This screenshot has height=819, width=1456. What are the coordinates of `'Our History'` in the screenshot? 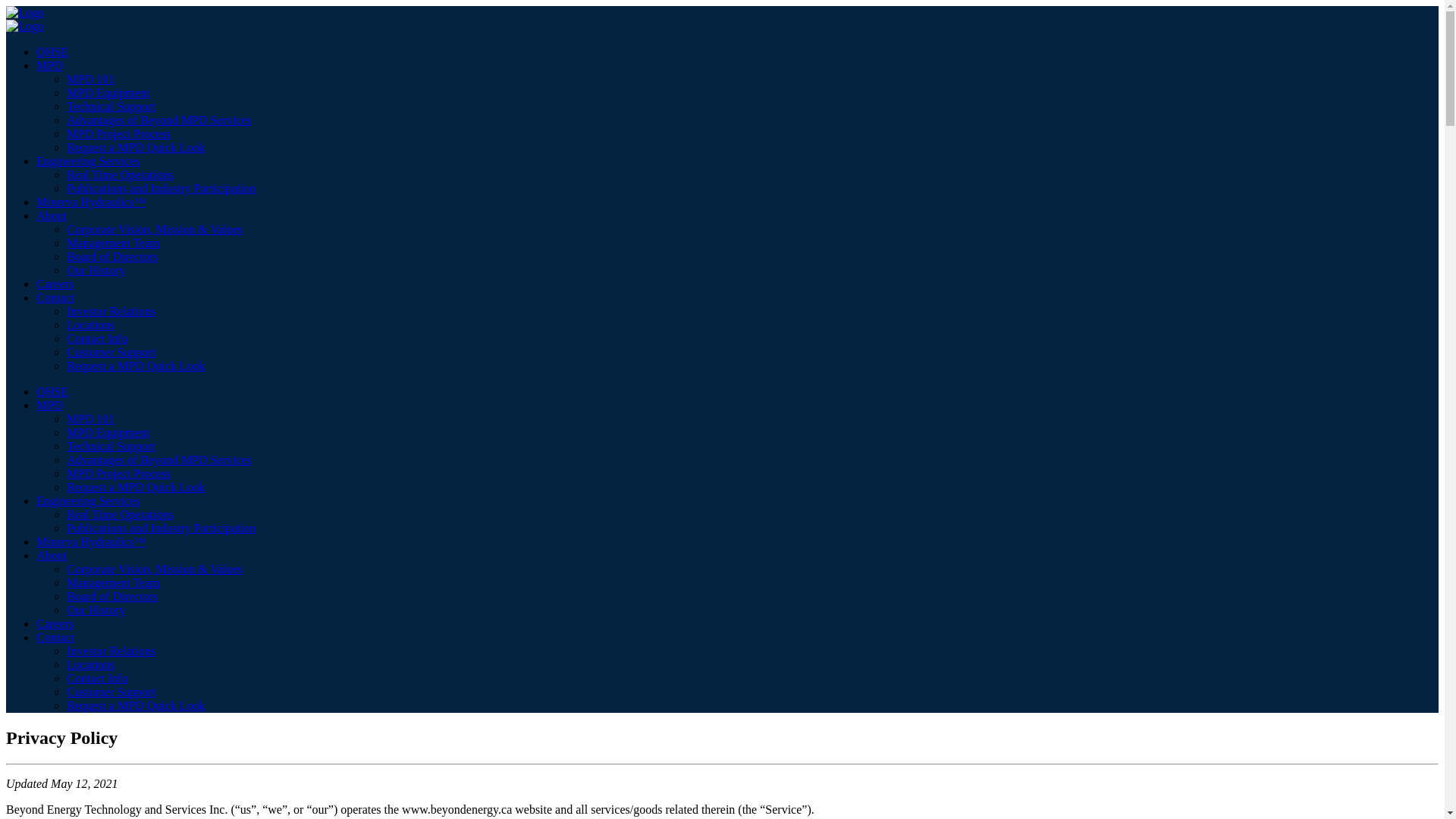 It's located at (95, 609).